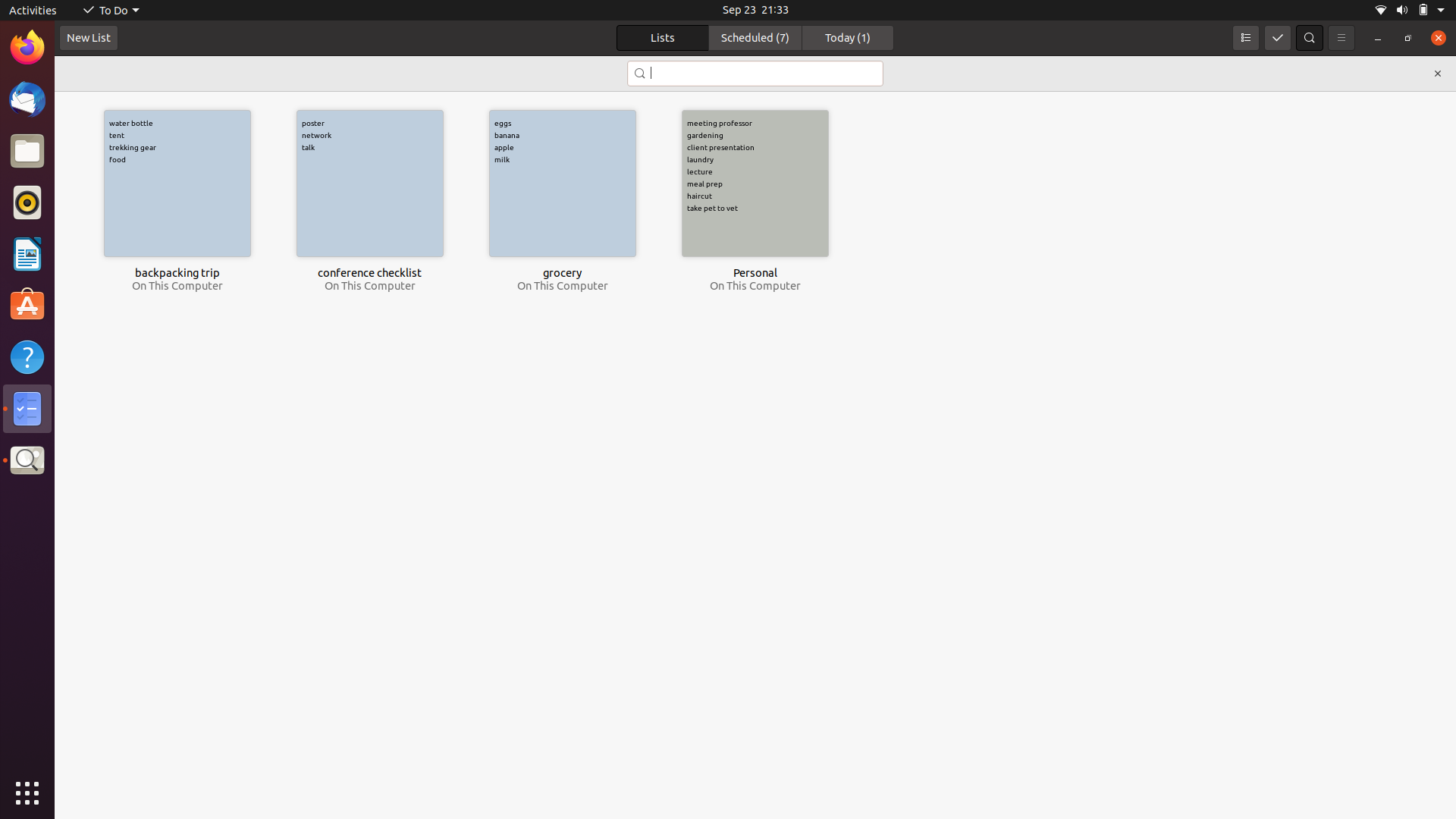 This screenshot has height=819, width=1456. What do you see at coordinates (87, 38) in the screenshot?
I see `Create a new list` at bounding box center [87, 38].